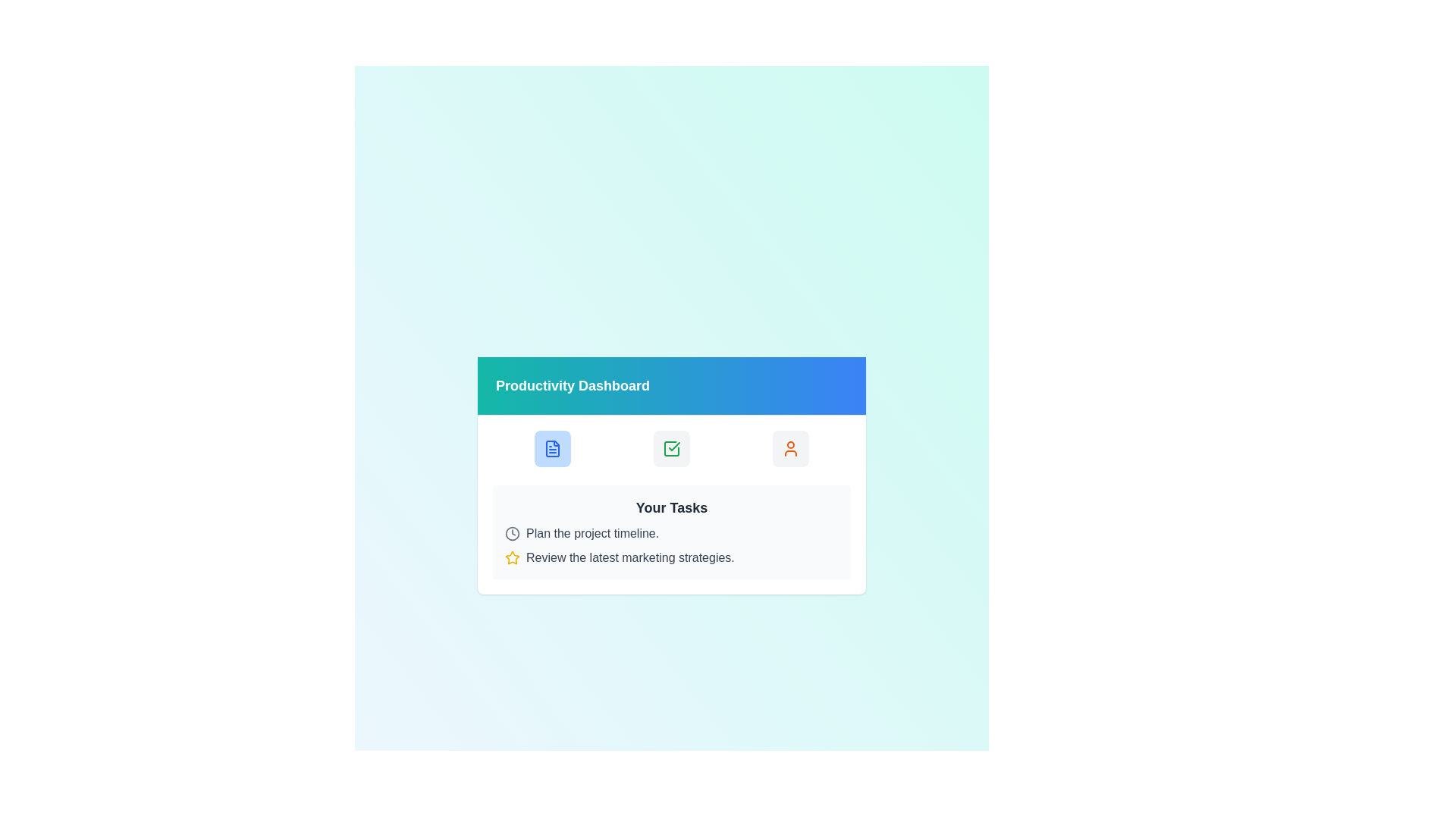 The height and width of the screenshot is (819, 1456). What do you see at coordinates (513, 557) in the screenshot?
I see `the star icon with a bold yellow-orange color located in the 'Your Tasks' section, to the left of the text 'Review the latest marketing strategies.'` at bounding box center [513, 557].